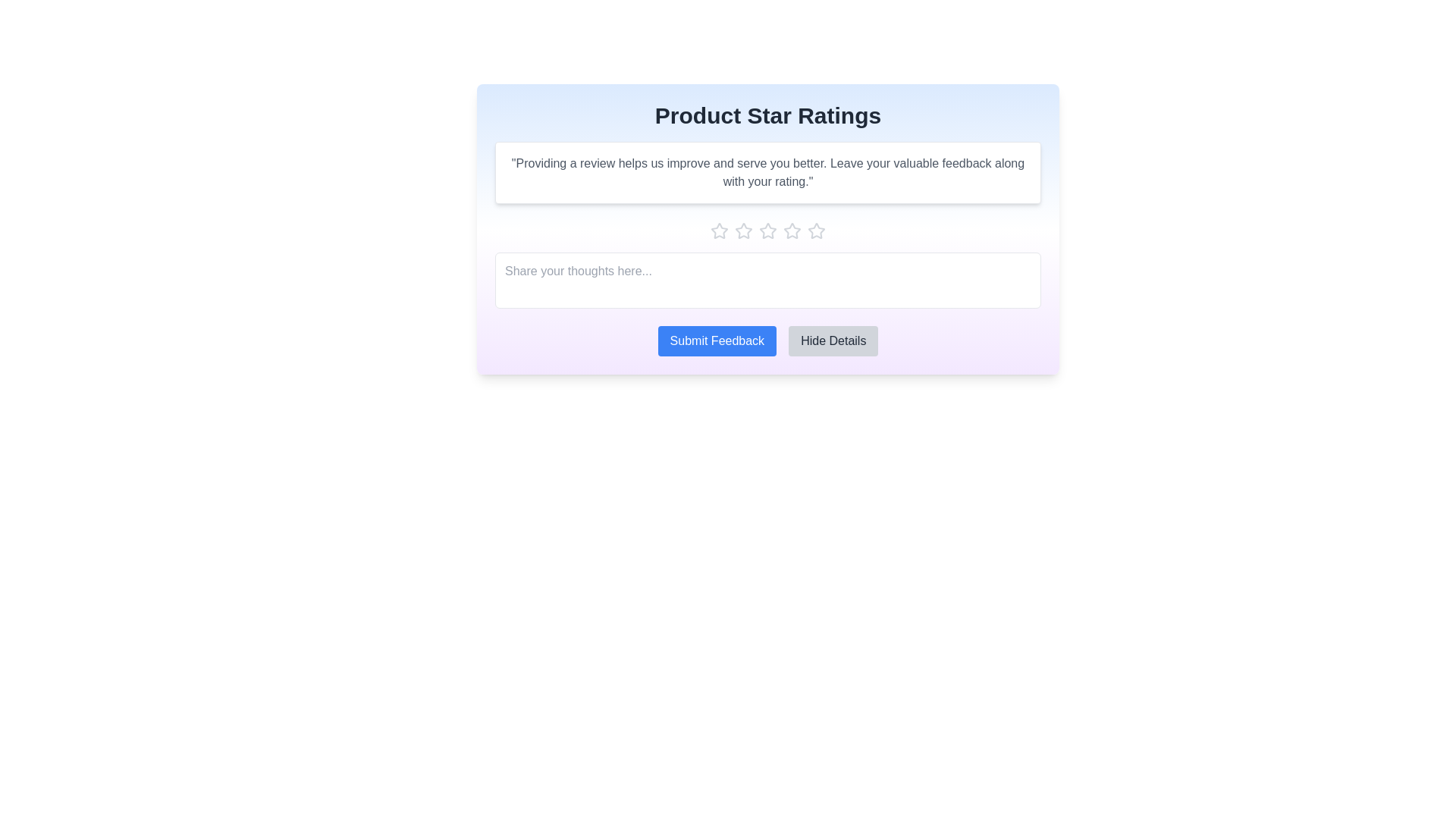 This screenshot has width=1456, height=819. What do you see at coordinates (716, 341) in the screenshot?
I see `the 'Submit Feedback' button to submit the feedback` at bounding box center [716, 341].